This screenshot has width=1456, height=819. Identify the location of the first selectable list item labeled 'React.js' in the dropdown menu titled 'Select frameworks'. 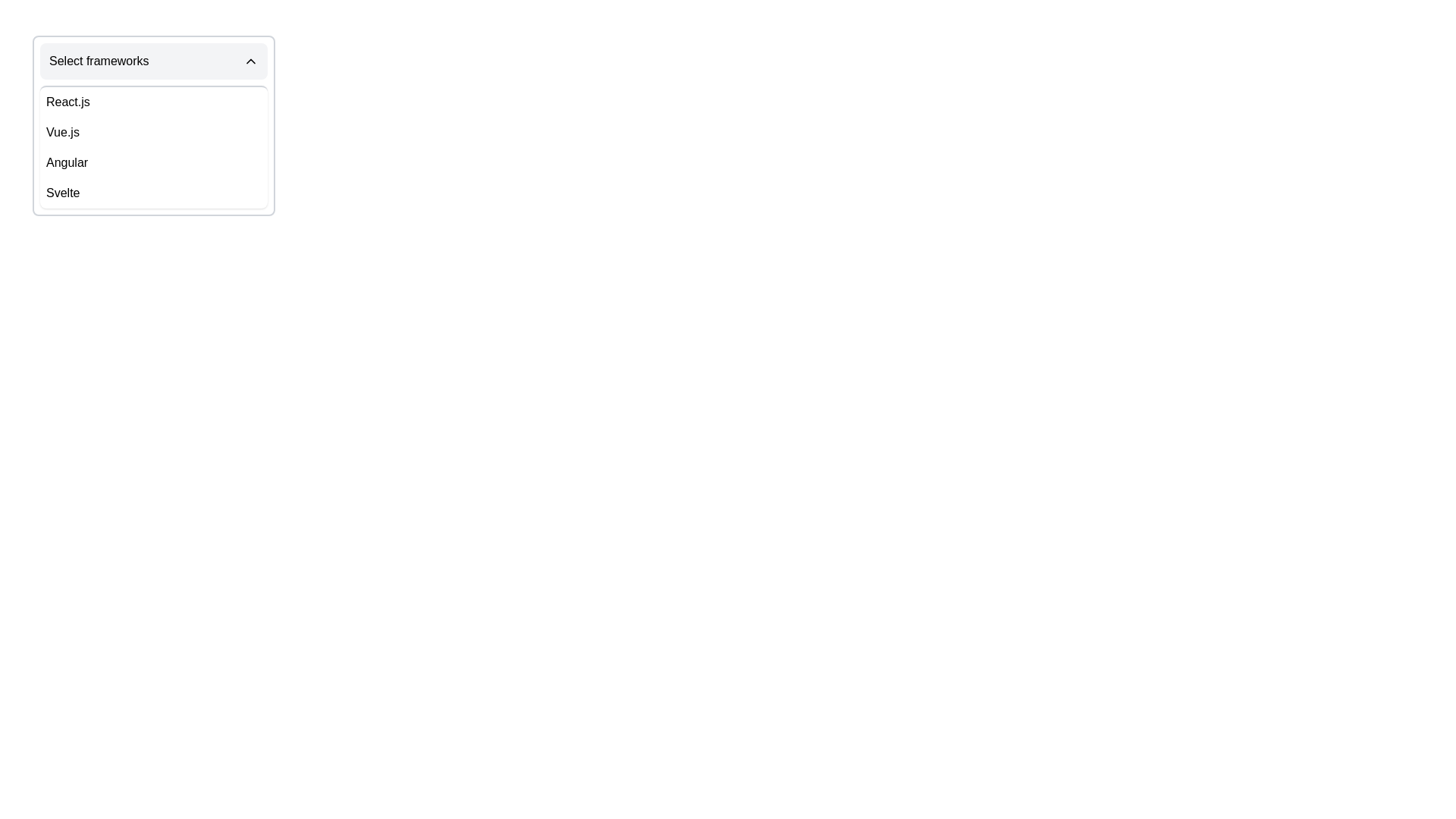
(153, 102).